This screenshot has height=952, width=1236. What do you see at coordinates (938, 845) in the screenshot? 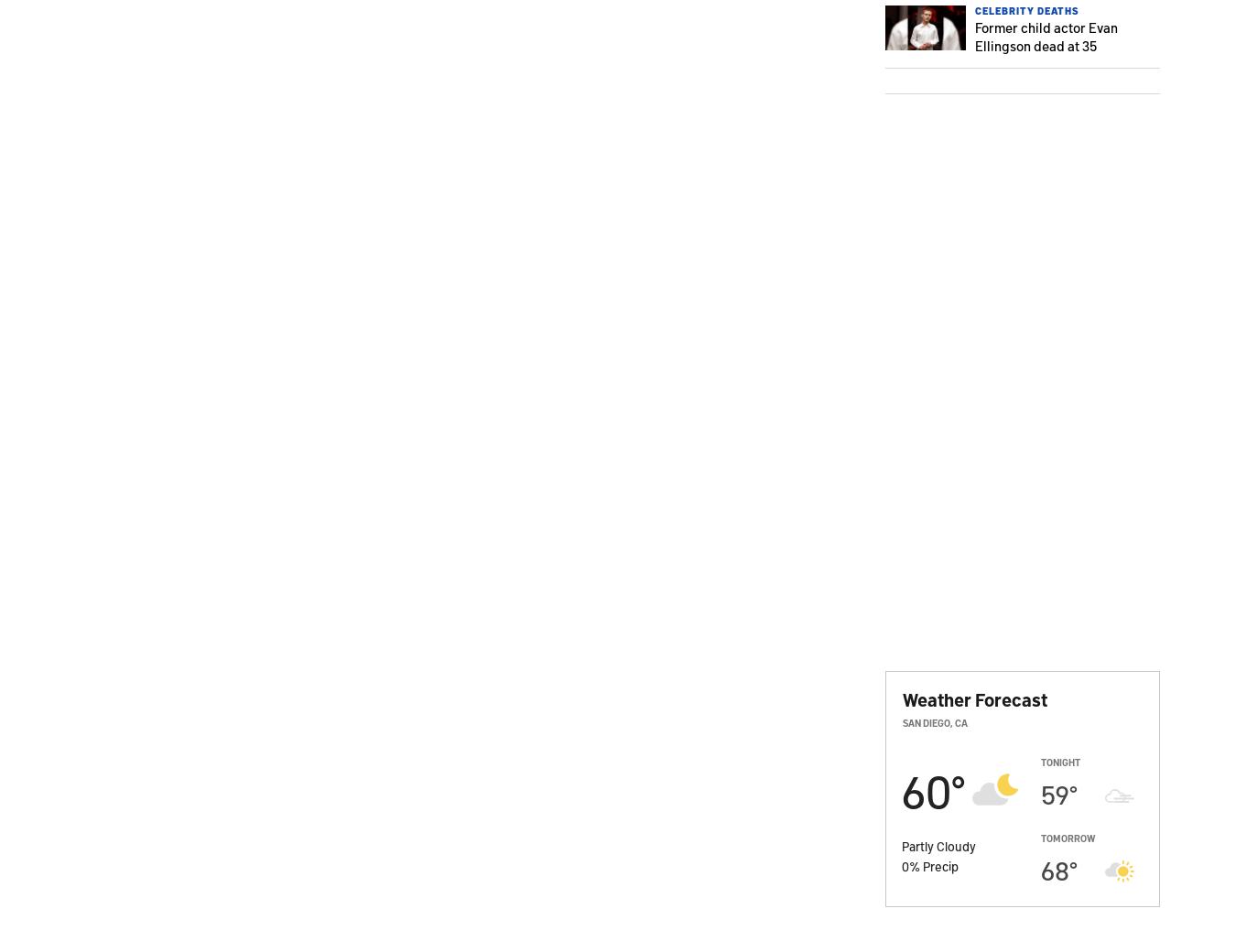
I see `'Partly Cloudy'` at bounding box center [938, 845].